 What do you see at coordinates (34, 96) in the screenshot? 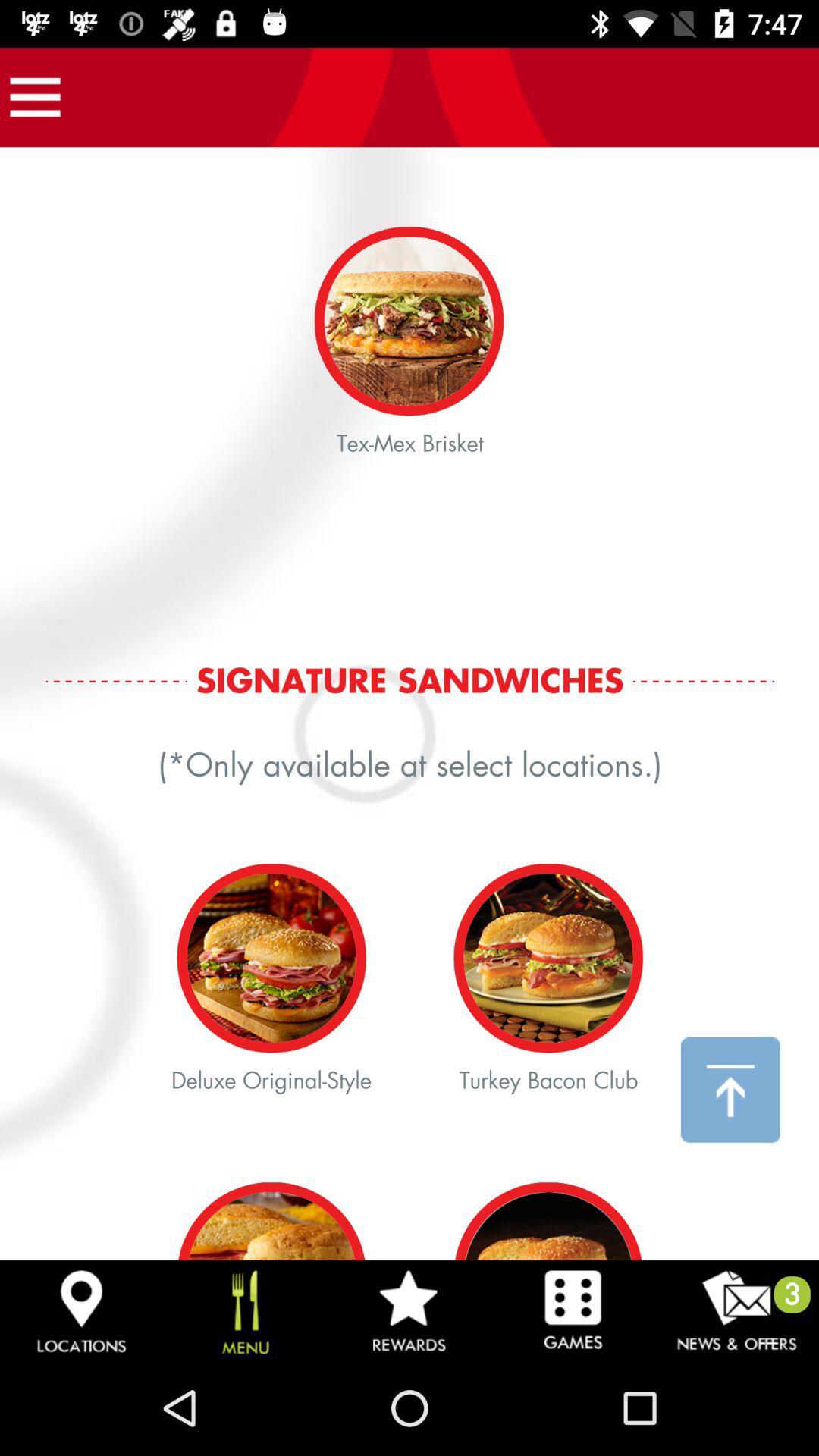
I see `menu icon` at bounding box center [34, 96].